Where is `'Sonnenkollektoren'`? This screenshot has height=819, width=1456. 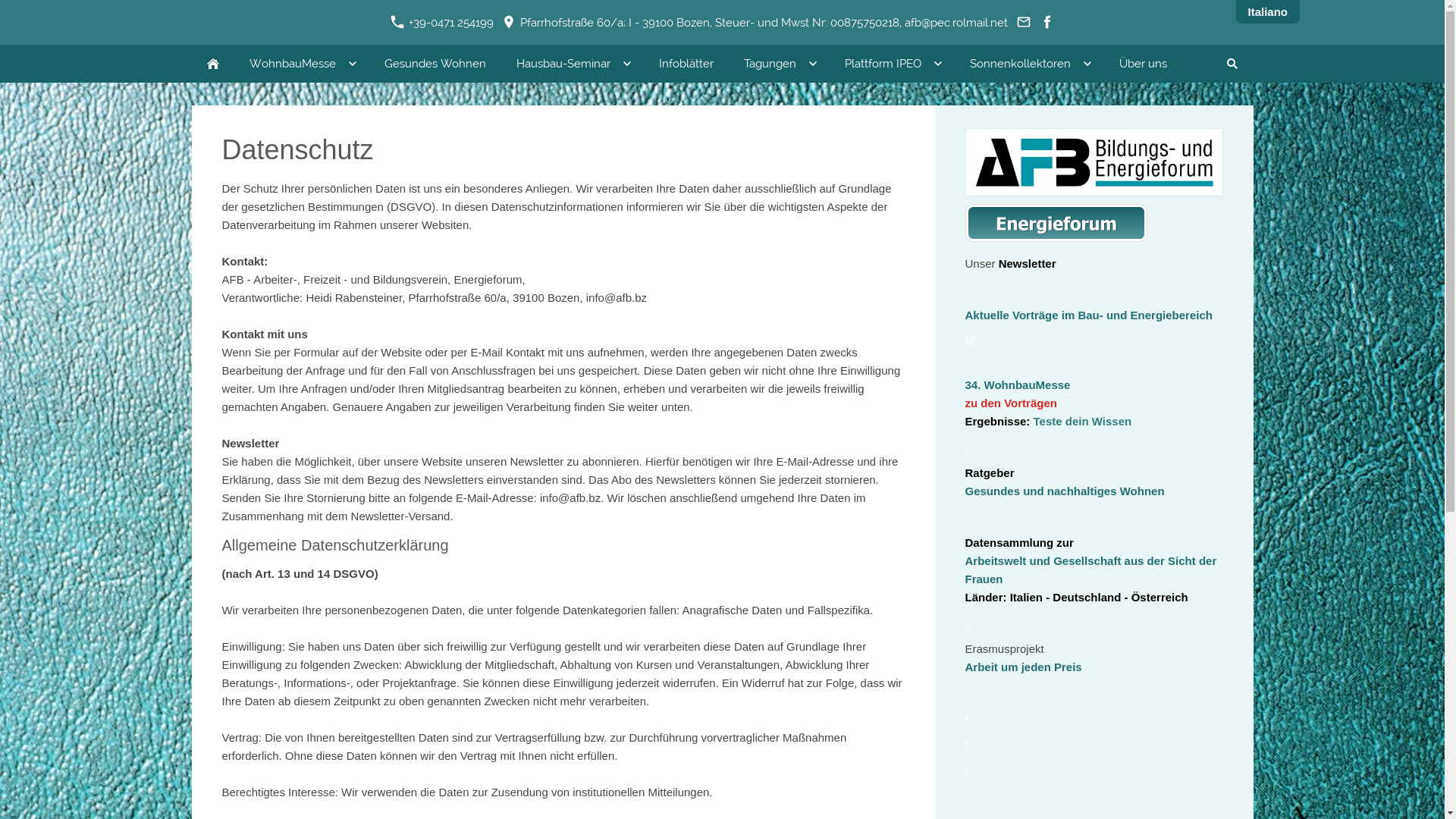
'Sonnenkollektoren' is located at coordinates (1028, 63).